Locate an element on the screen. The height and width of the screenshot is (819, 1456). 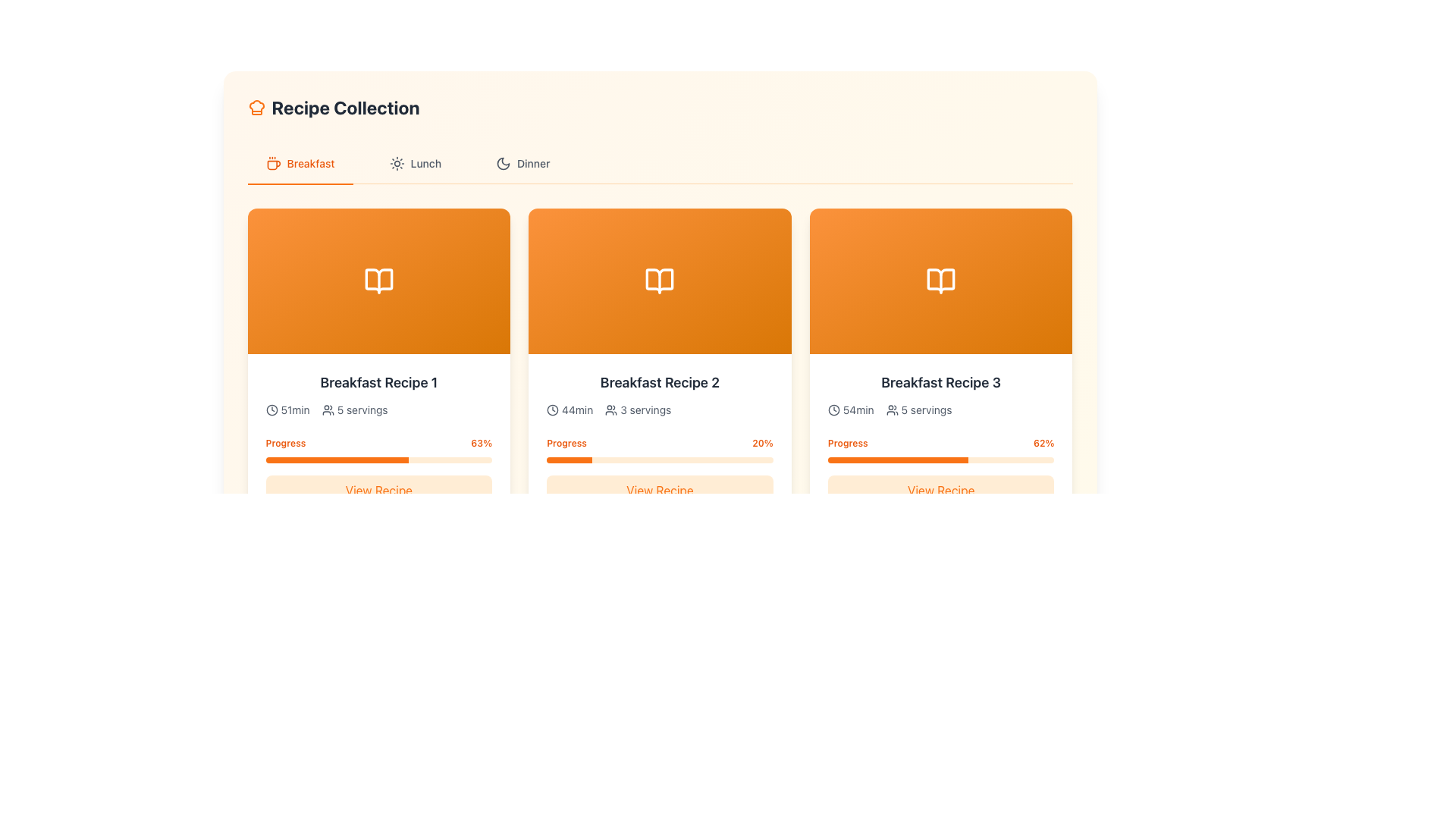
the clock icon with a circular outline and minimalistic clock hands located to the left of the text '51min' is located at coordinates (271, 409).